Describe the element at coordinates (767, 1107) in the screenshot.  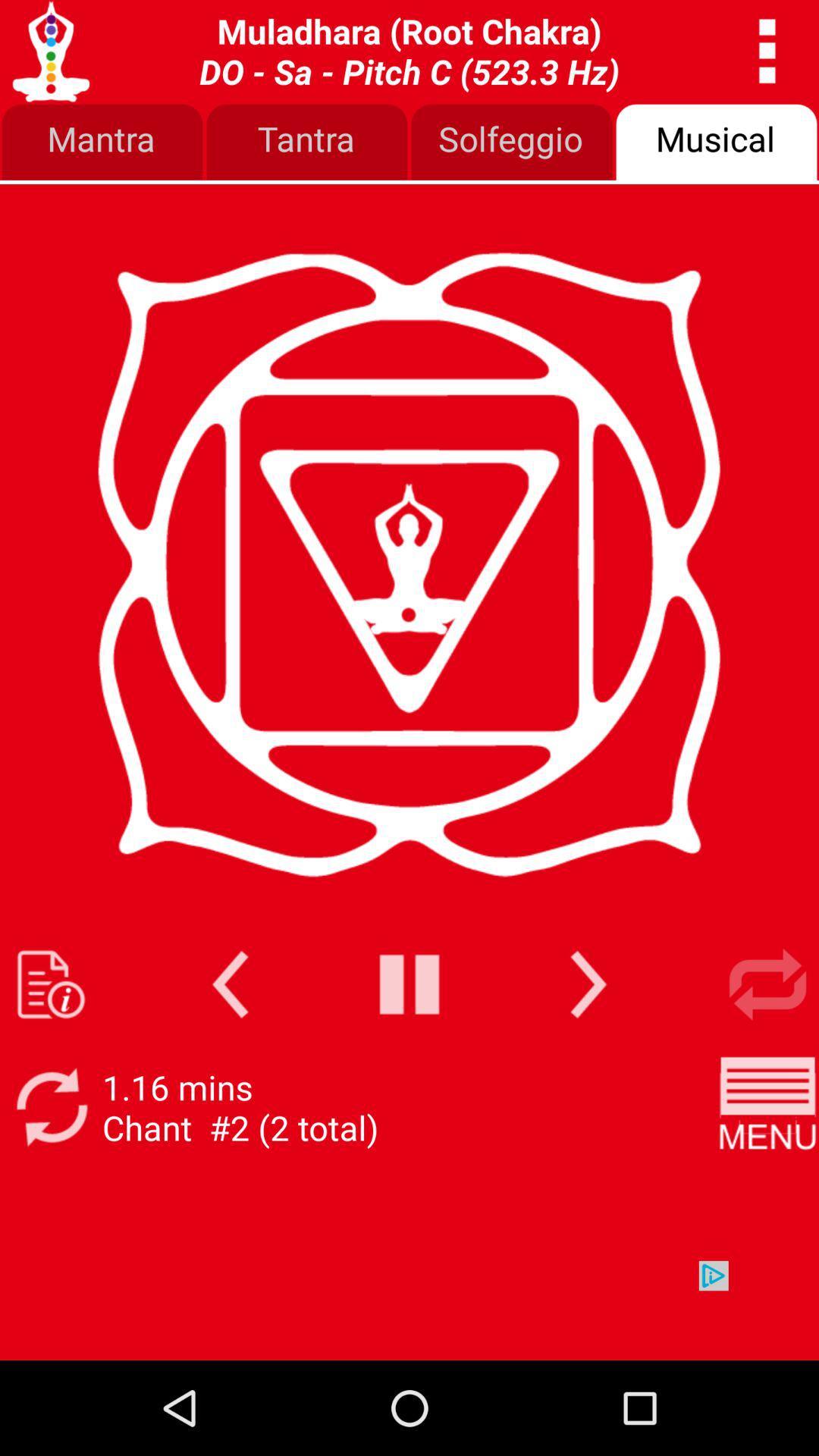
I see `menu` at that location.